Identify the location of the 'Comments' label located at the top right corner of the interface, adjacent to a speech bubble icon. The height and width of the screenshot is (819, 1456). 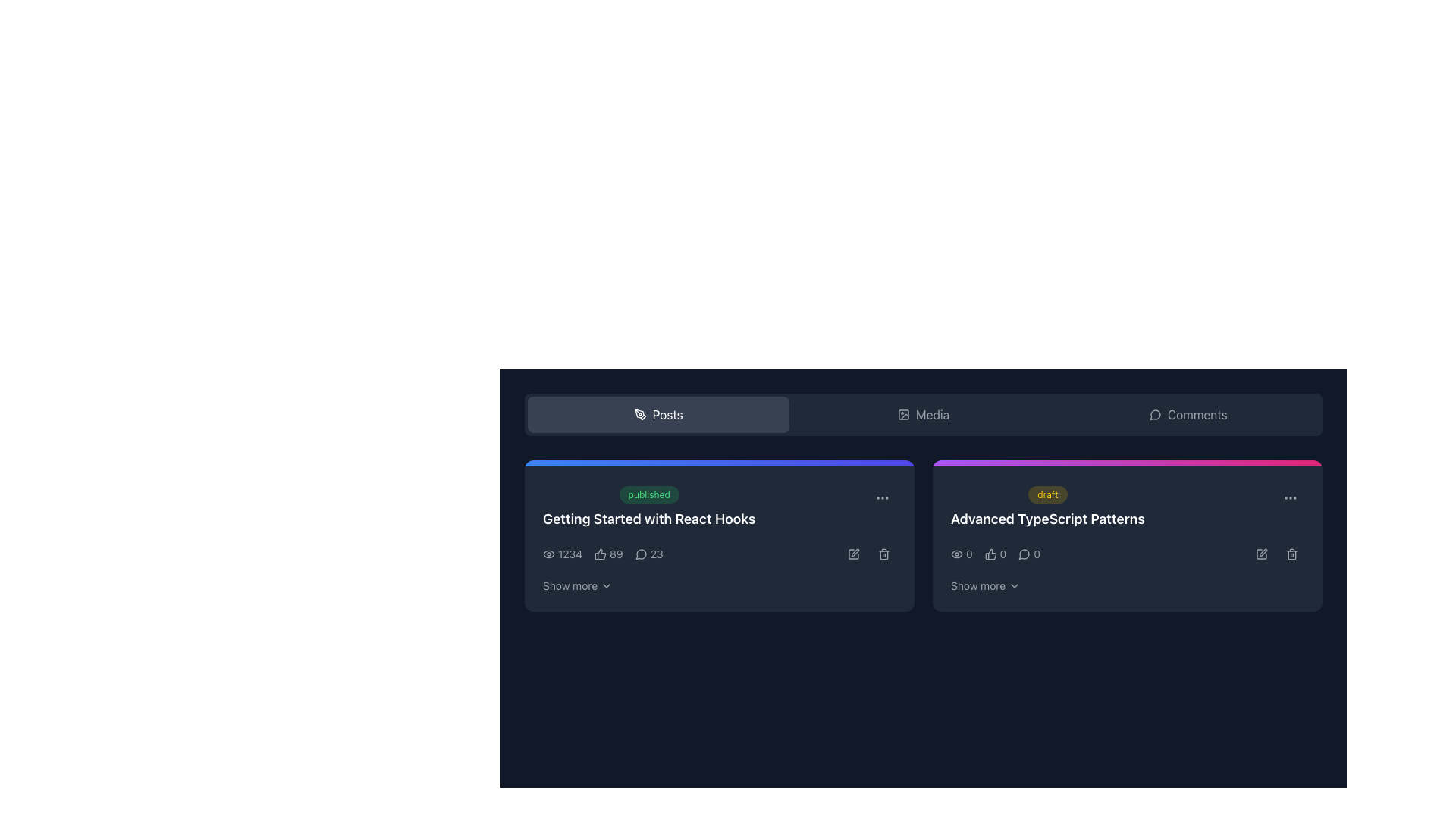
(1197, 415).